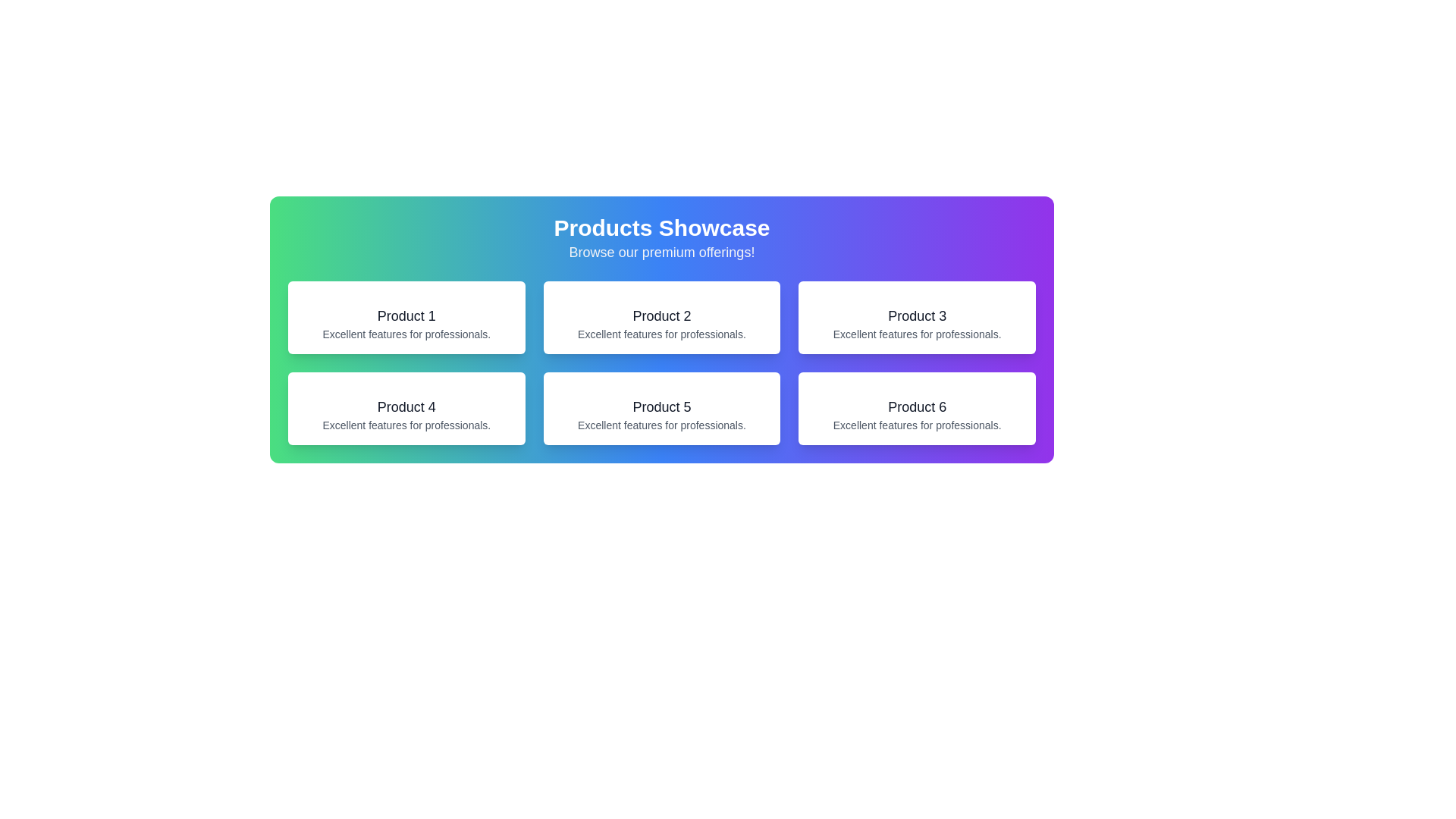 The image size is (1456, 819). What do you see at coordinates (406, 408) in the screenshot?
I see `the product display card located in the second row, first column of the grid, which showcases a specific product with a title and description` at bounding box center [406, 408].